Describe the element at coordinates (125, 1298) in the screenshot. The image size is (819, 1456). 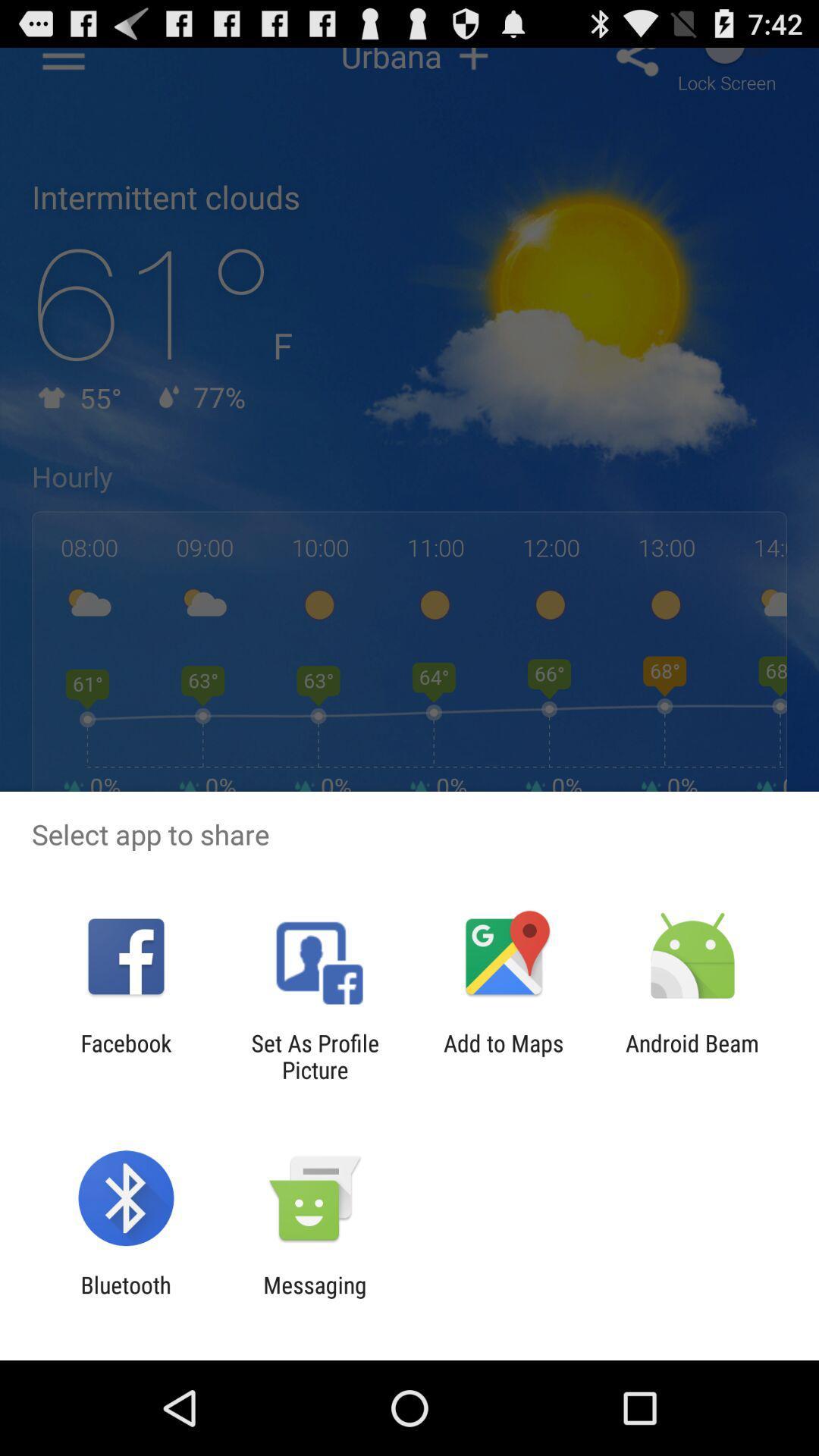
I see `the bluetooth app` at that location.